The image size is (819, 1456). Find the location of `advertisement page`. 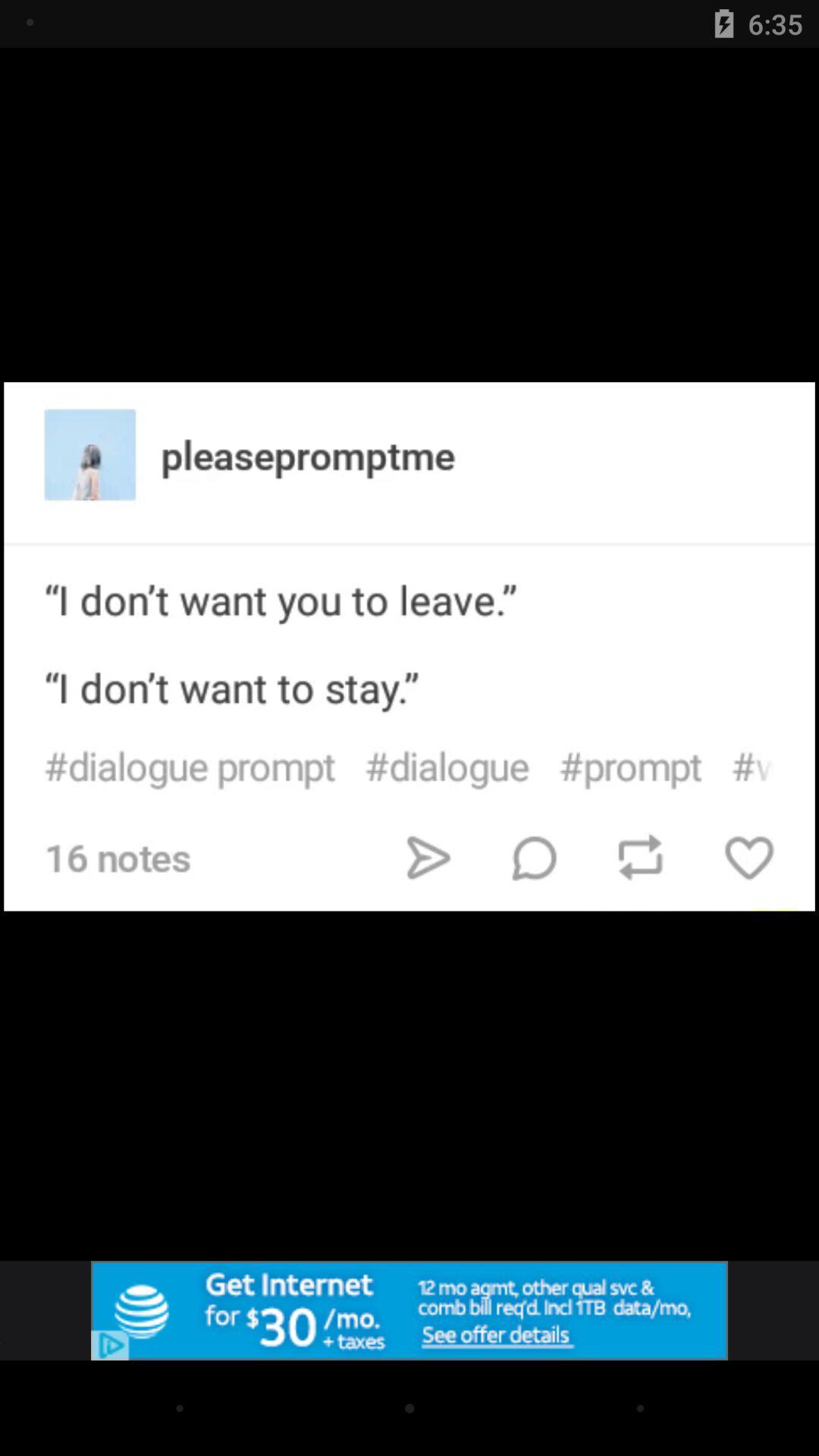

advertisement page is located at coordinates (409, 1310).